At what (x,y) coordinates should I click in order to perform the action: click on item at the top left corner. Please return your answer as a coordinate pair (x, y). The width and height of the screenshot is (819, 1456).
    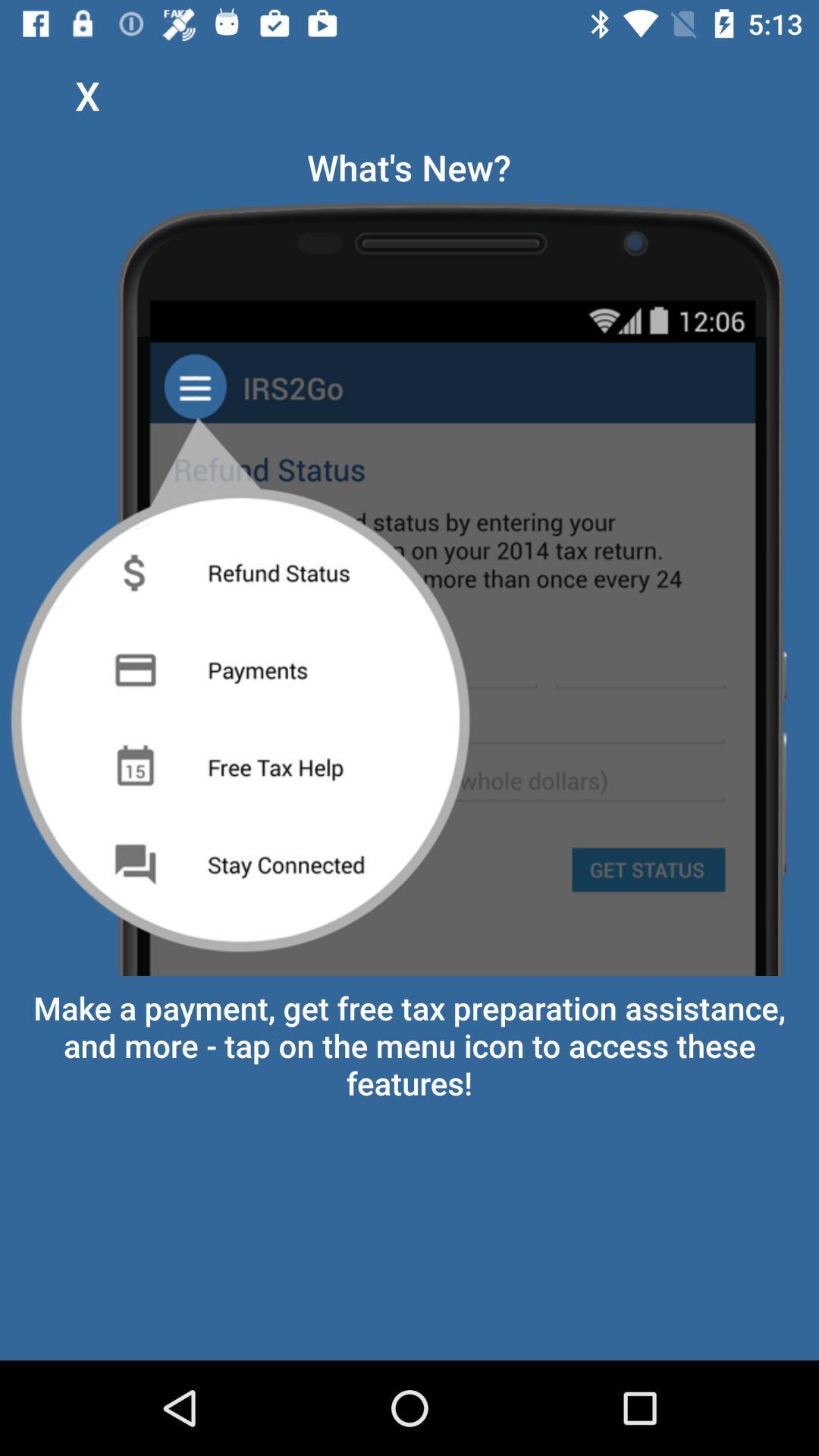
    Looking at the image, I should click on (87, 94).